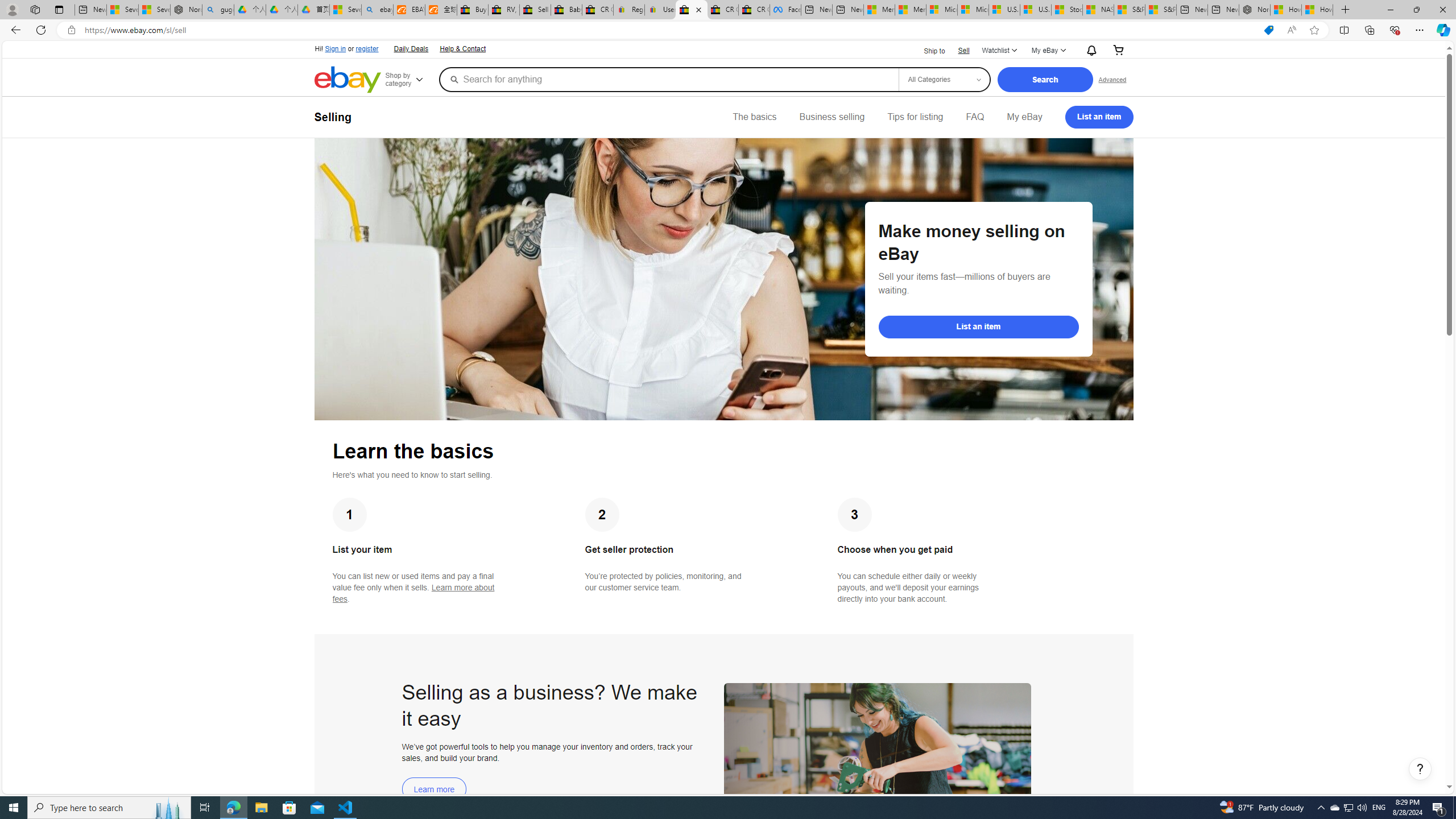 The height and width of the screenshot is (819, 1456). What do you see at coordinates (473, 9) in the screenshot?
I see `'Buy Auto Parts & Accessories | eBay'` at bounding box center [473, 9].